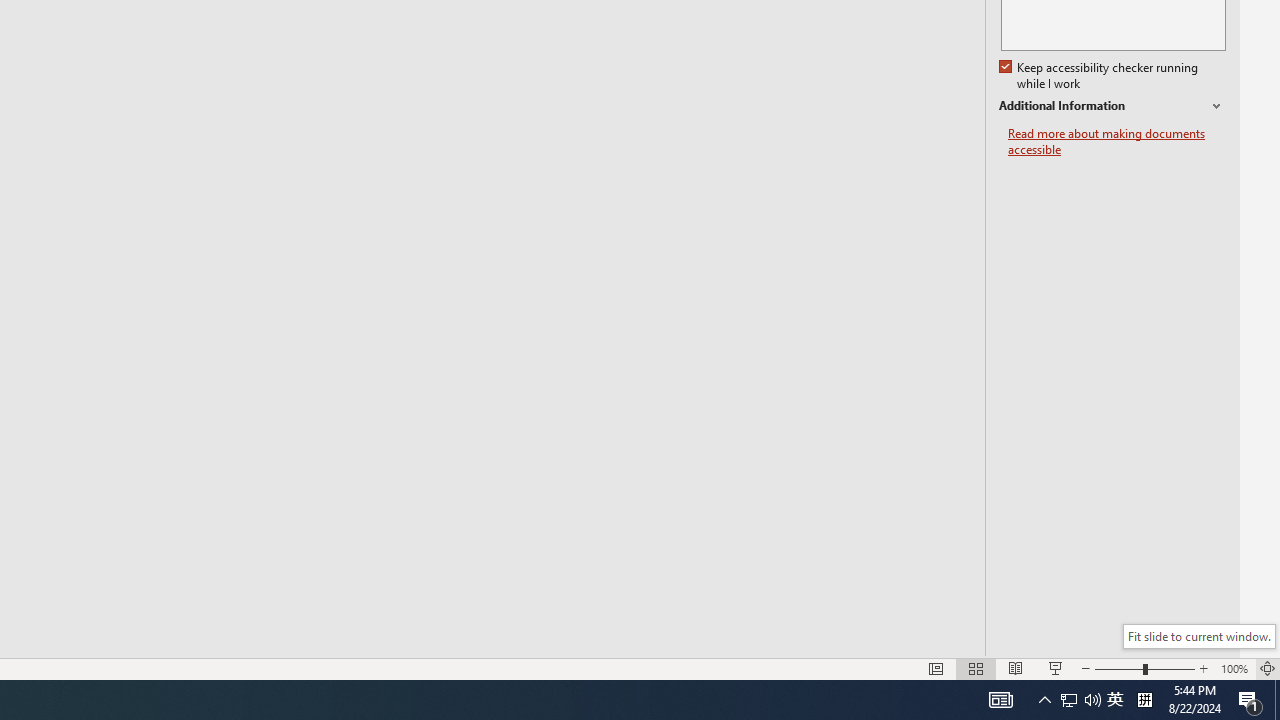 This screenshot has height=720, width=1280. Describe the element at coordinates (1117, 669) in the screenshot. I see `'Zoom Out'` at that location.